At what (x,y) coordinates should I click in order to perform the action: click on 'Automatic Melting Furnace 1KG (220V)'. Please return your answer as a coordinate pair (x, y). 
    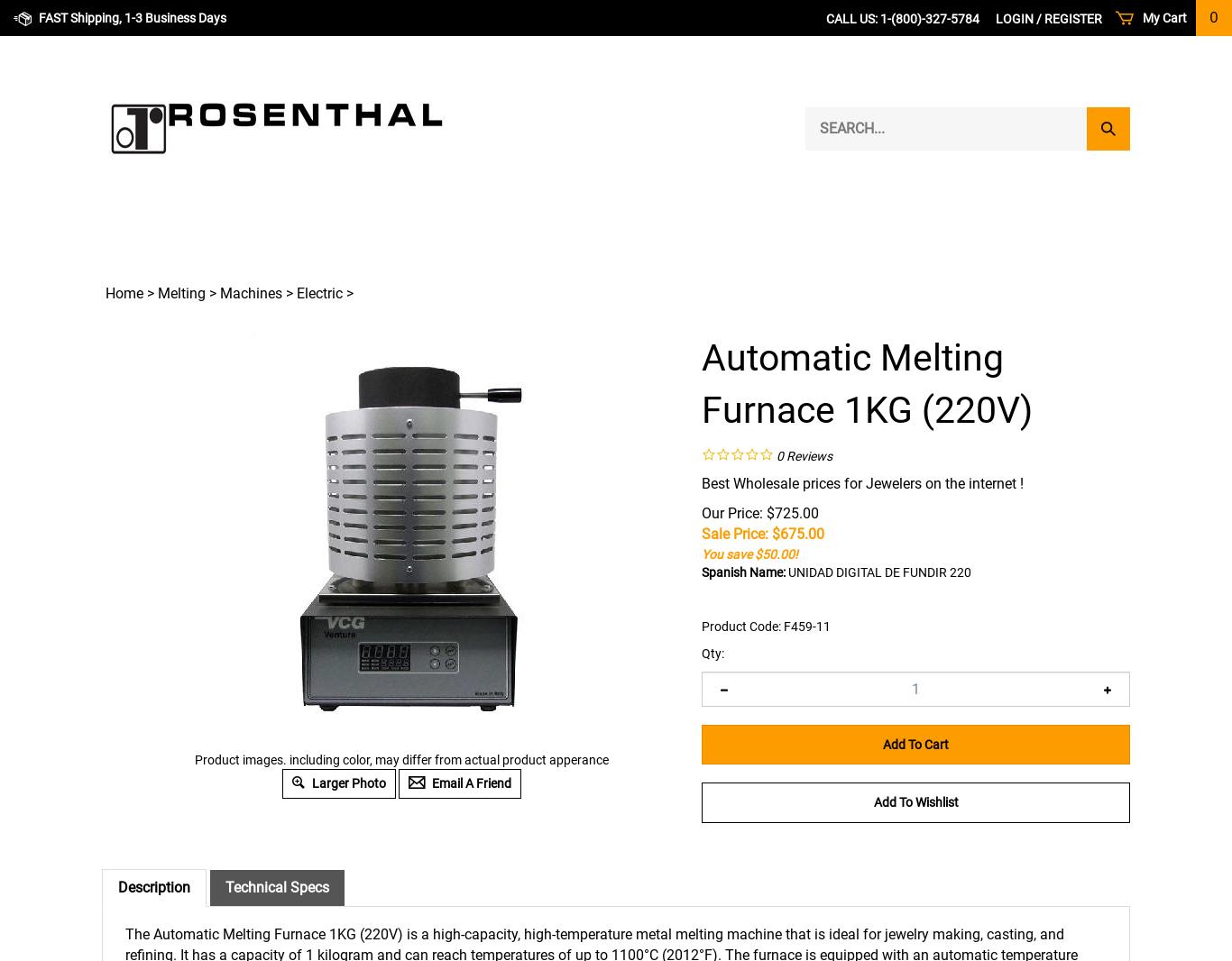
    Looking at the image, I should click on (867, 383).